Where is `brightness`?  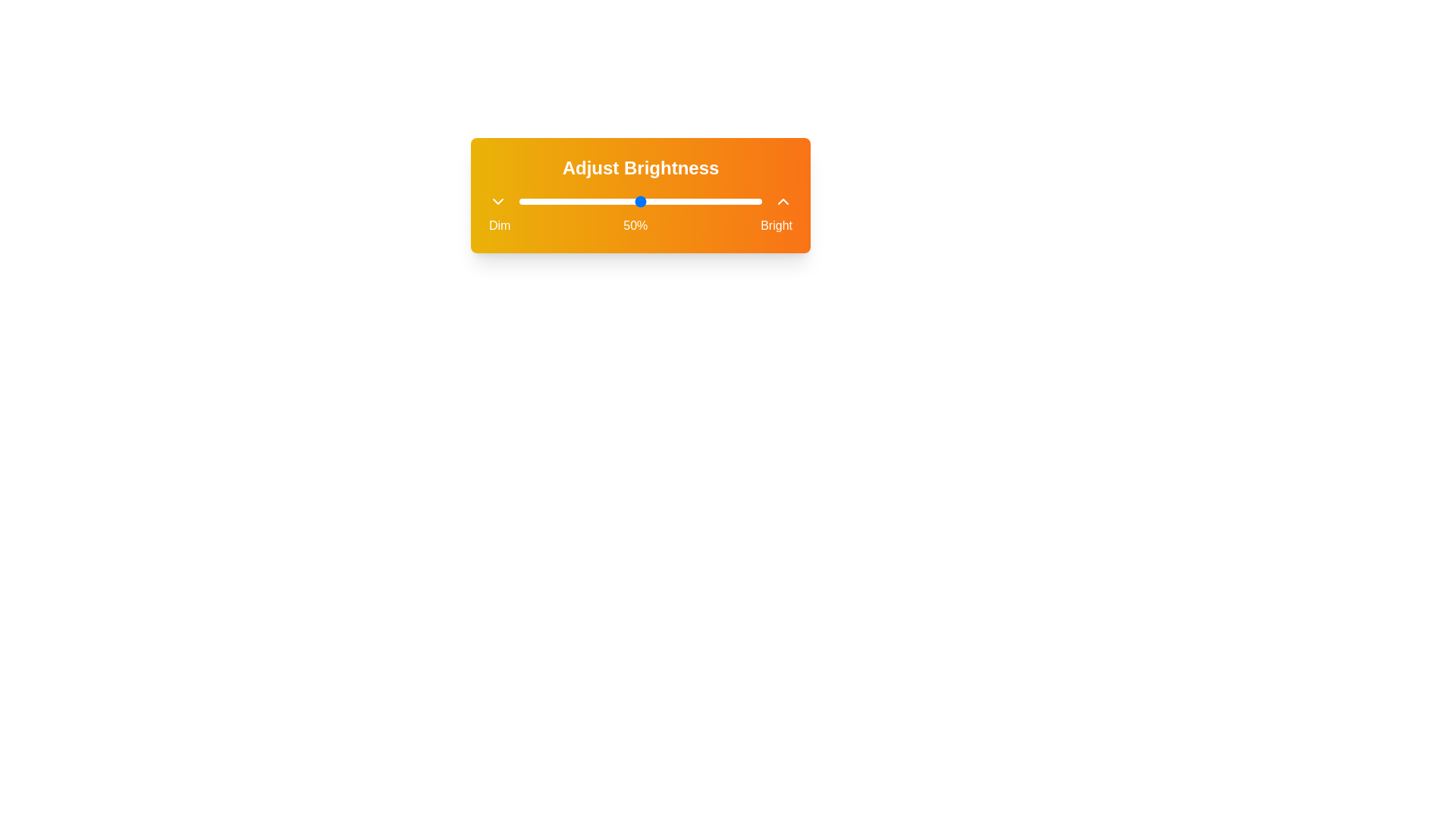 brightness is located at coordinates (623, 201).